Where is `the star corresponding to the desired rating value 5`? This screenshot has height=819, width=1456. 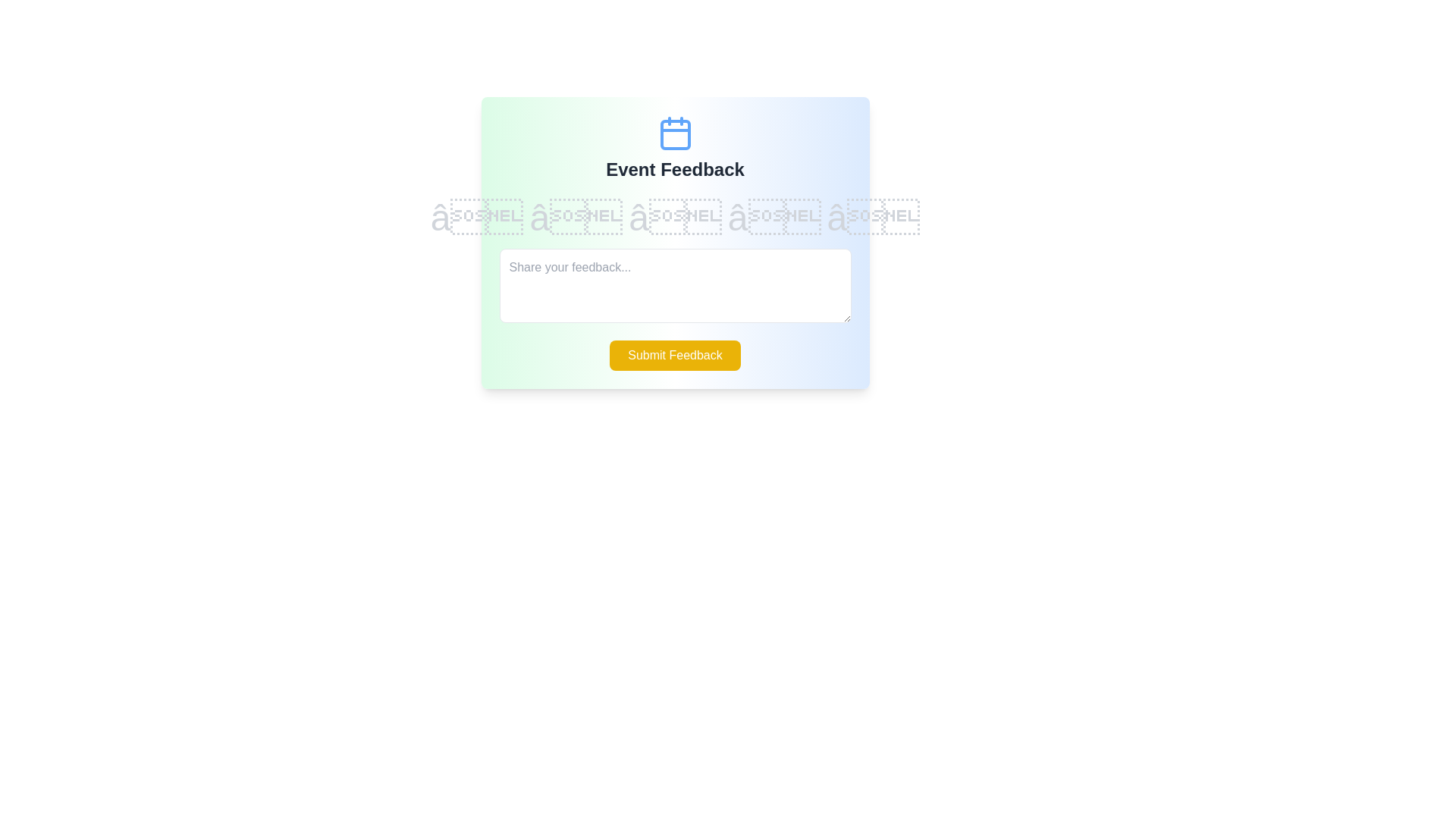
the star corresponding to the desired rating value 5 is located at coordinates (874, 218).